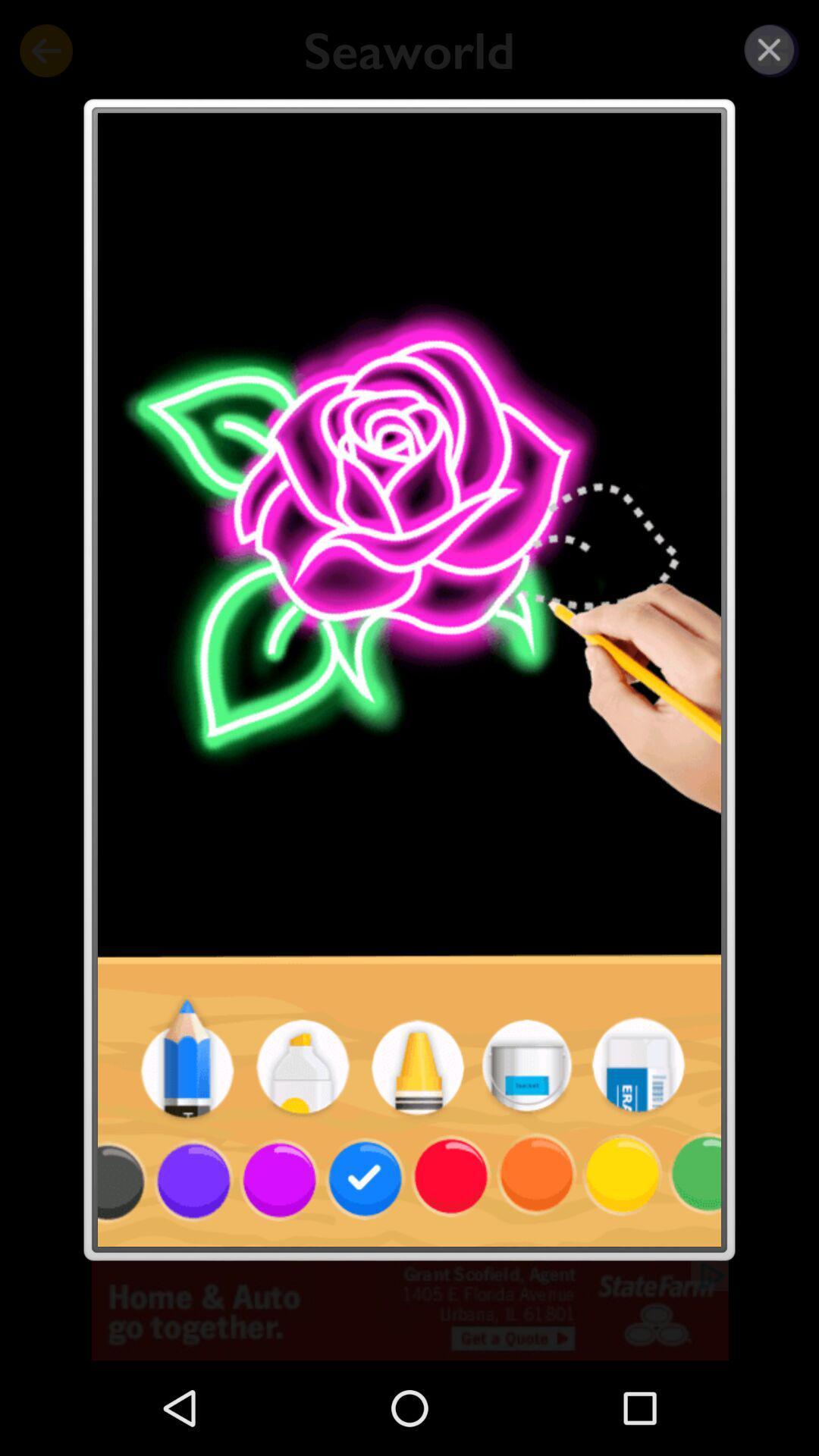 The image size is (819, 1456). What do you see at coordinates (769, 49) in the screenshot?
I see `exit out` at bounding box center [769, 49].